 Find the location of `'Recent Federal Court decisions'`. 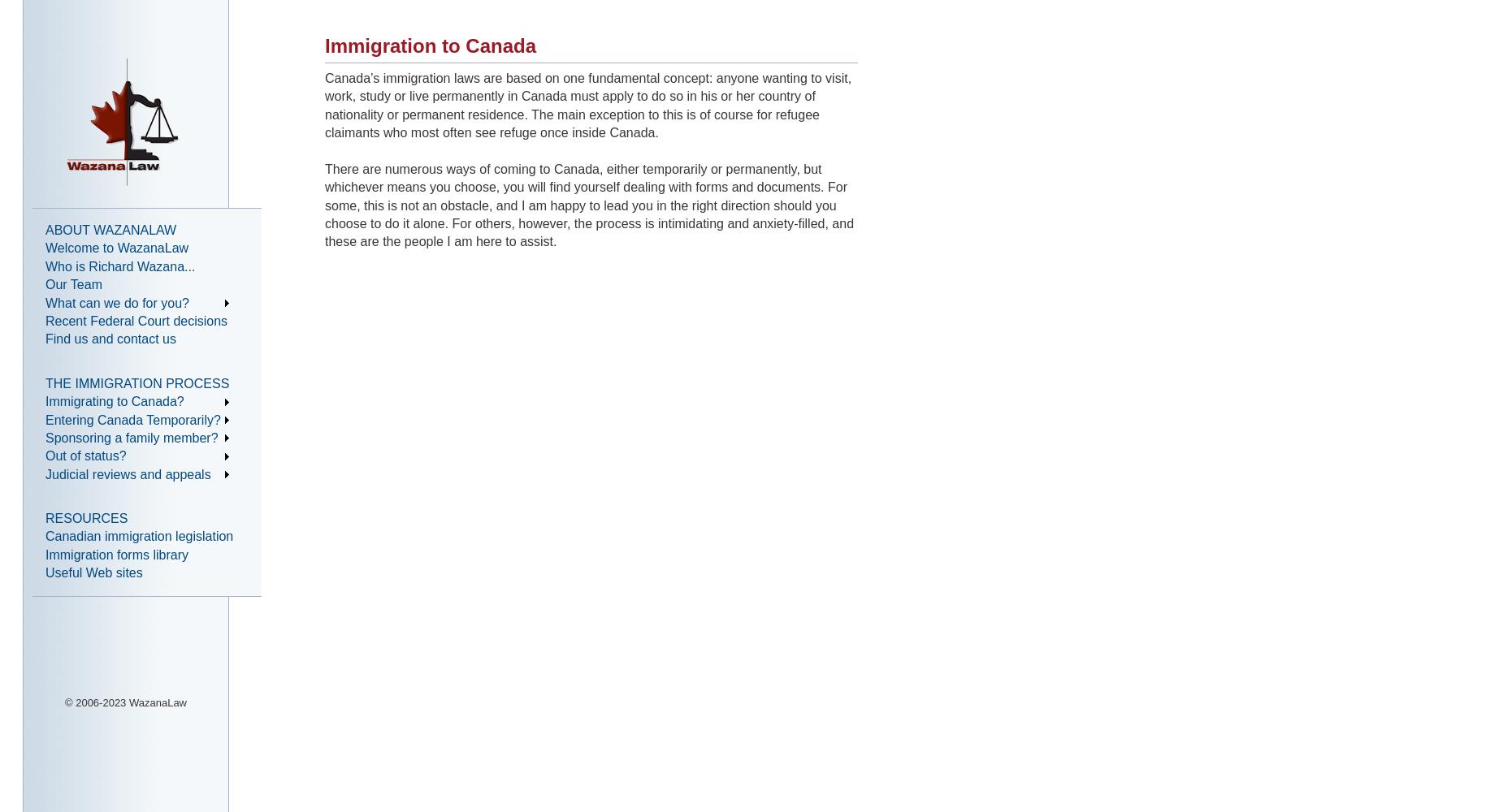

'Recent Federal Court decisions' is located at coordinates (135, 320).